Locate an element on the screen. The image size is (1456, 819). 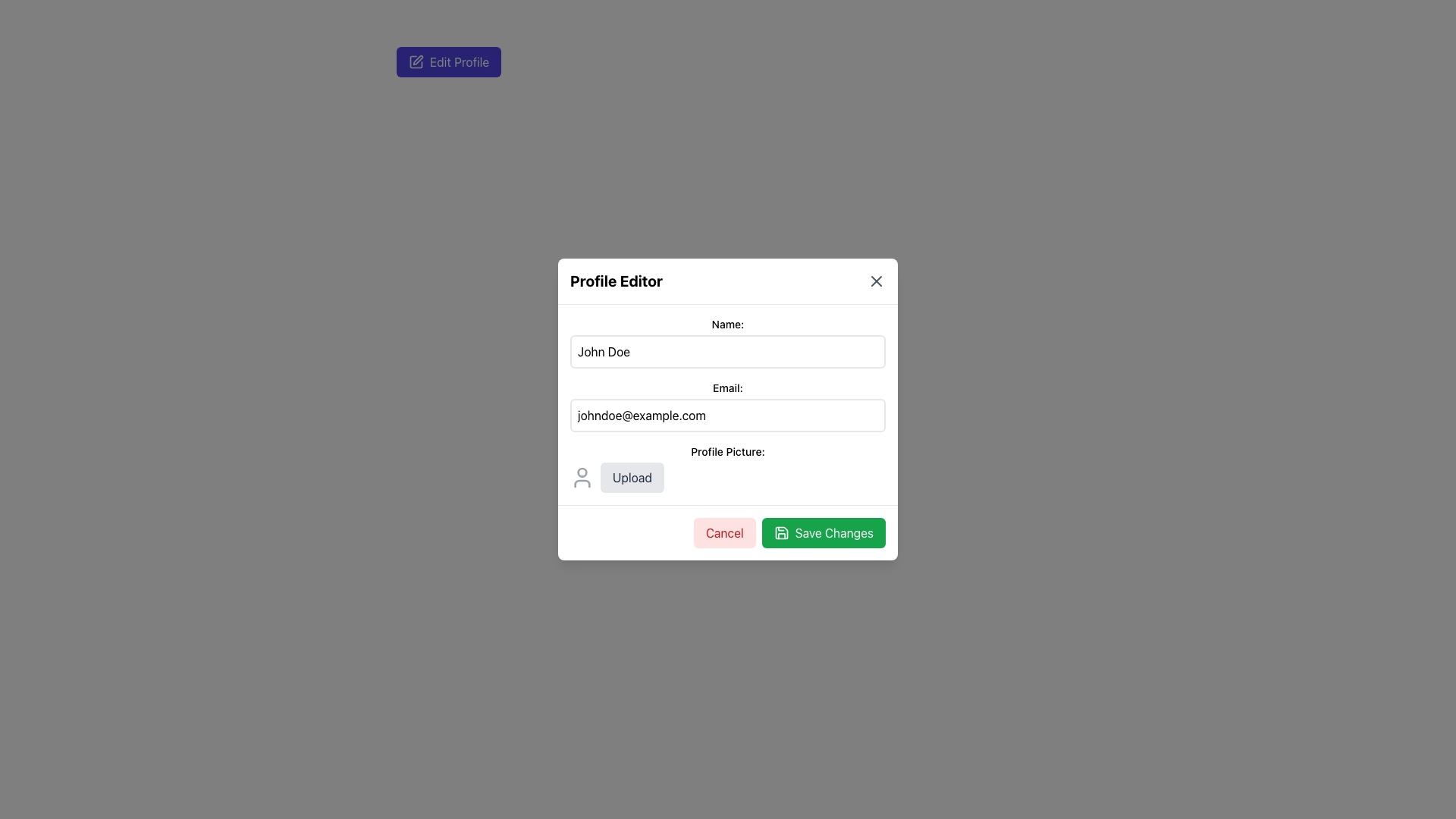
the save icon, which is a thin outlined disk icon located on the left side of the 'Save Changes' button at the bottom right of the 'Profile Editor' dialog is located at coordinates (781, 532).